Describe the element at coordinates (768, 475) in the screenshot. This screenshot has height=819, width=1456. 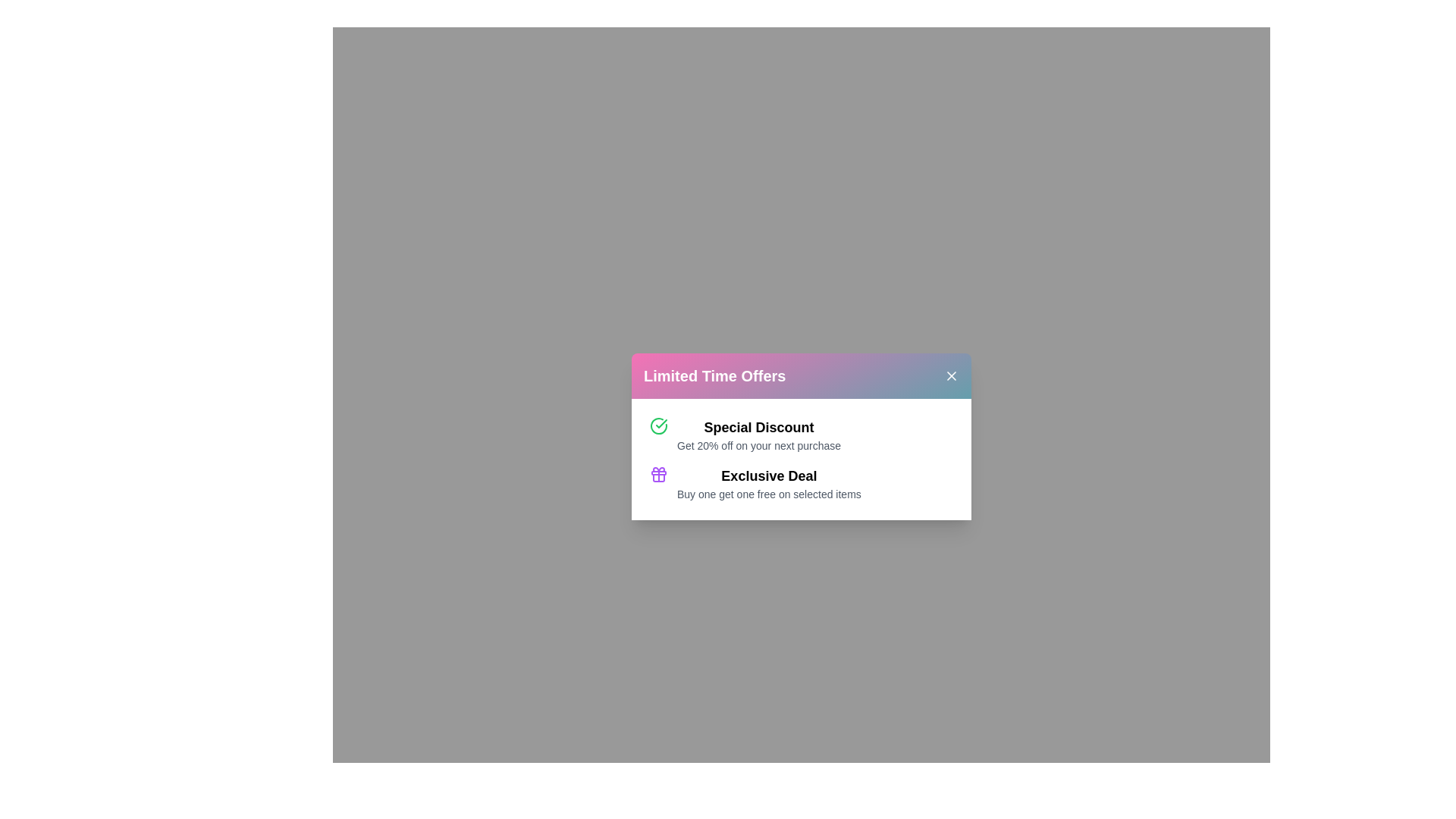
I see `the offer Exclusive Deal from the promotional dialog` at that location.